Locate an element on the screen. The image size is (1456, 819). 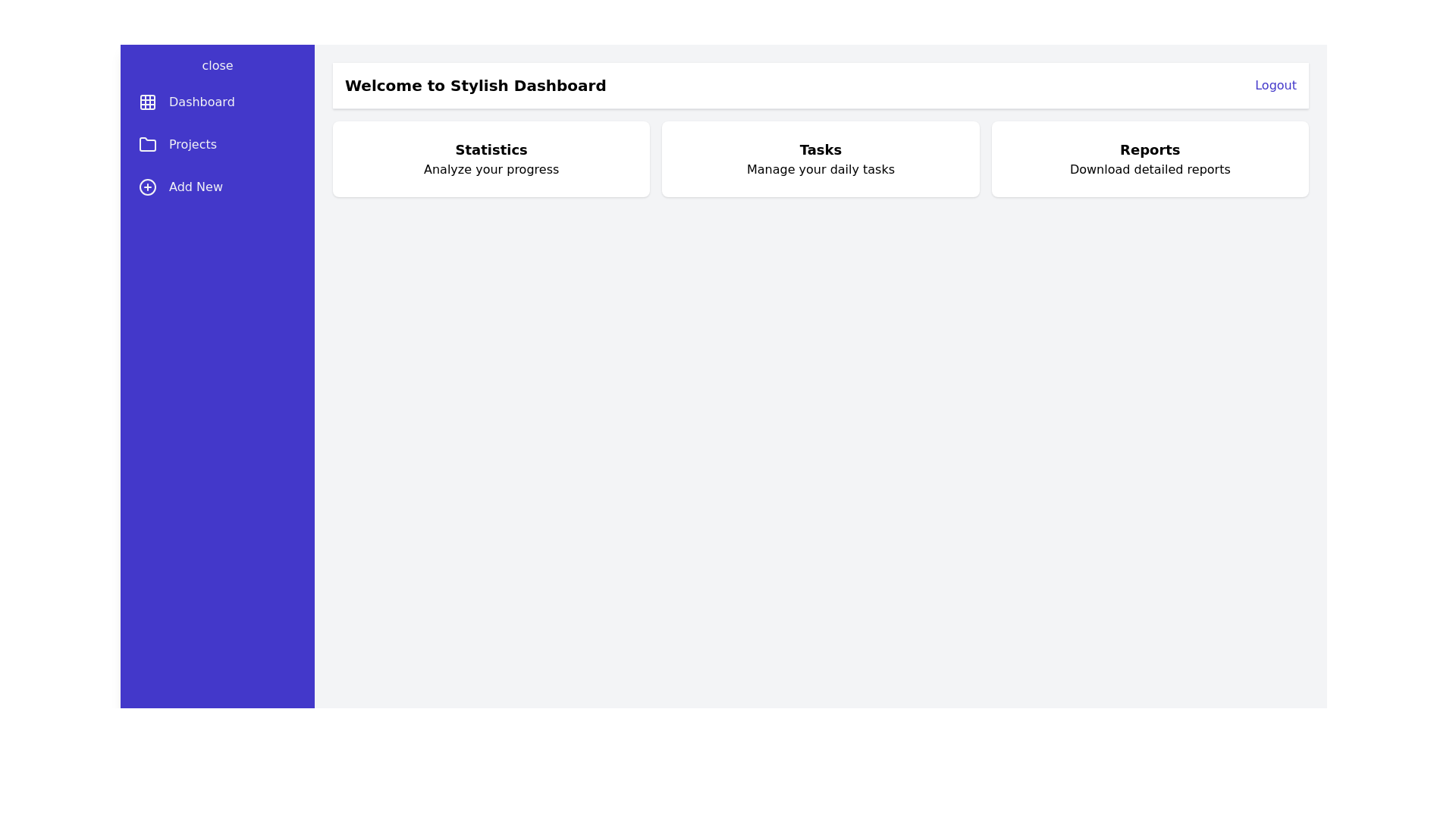
the center of the circular icon element in the left vertical navigation menu, which is visually associated with the 'Add New' text is located at coordinates (148, 186).